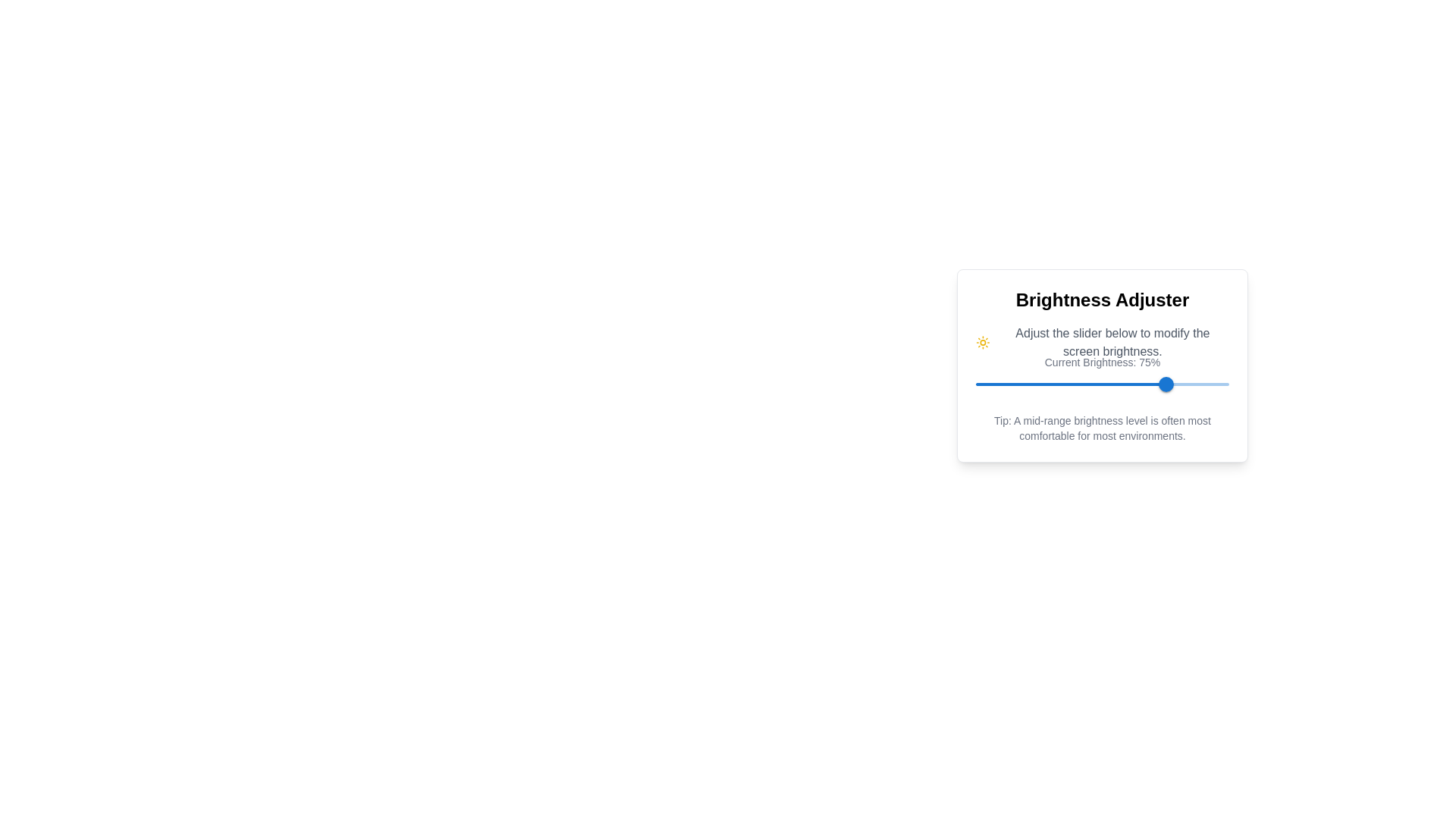 The image size is (1456, 819). Describe the element at coordinates (996, 383) in the screenshot. I see `the brightness` at that location.